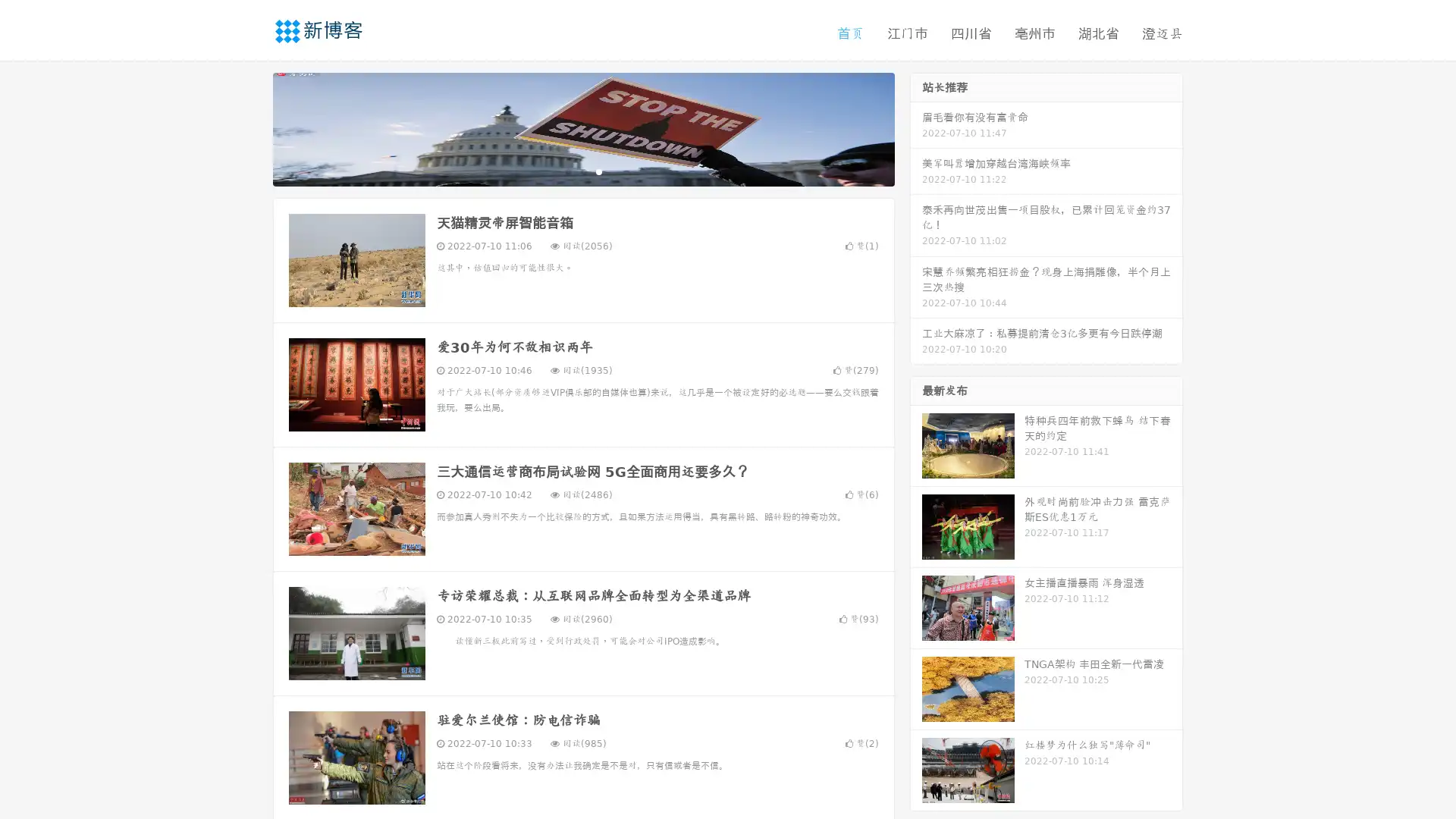  Describe the element at coordinates (567, 171) in the screenshot. I see `Go to slide 1` at that location.